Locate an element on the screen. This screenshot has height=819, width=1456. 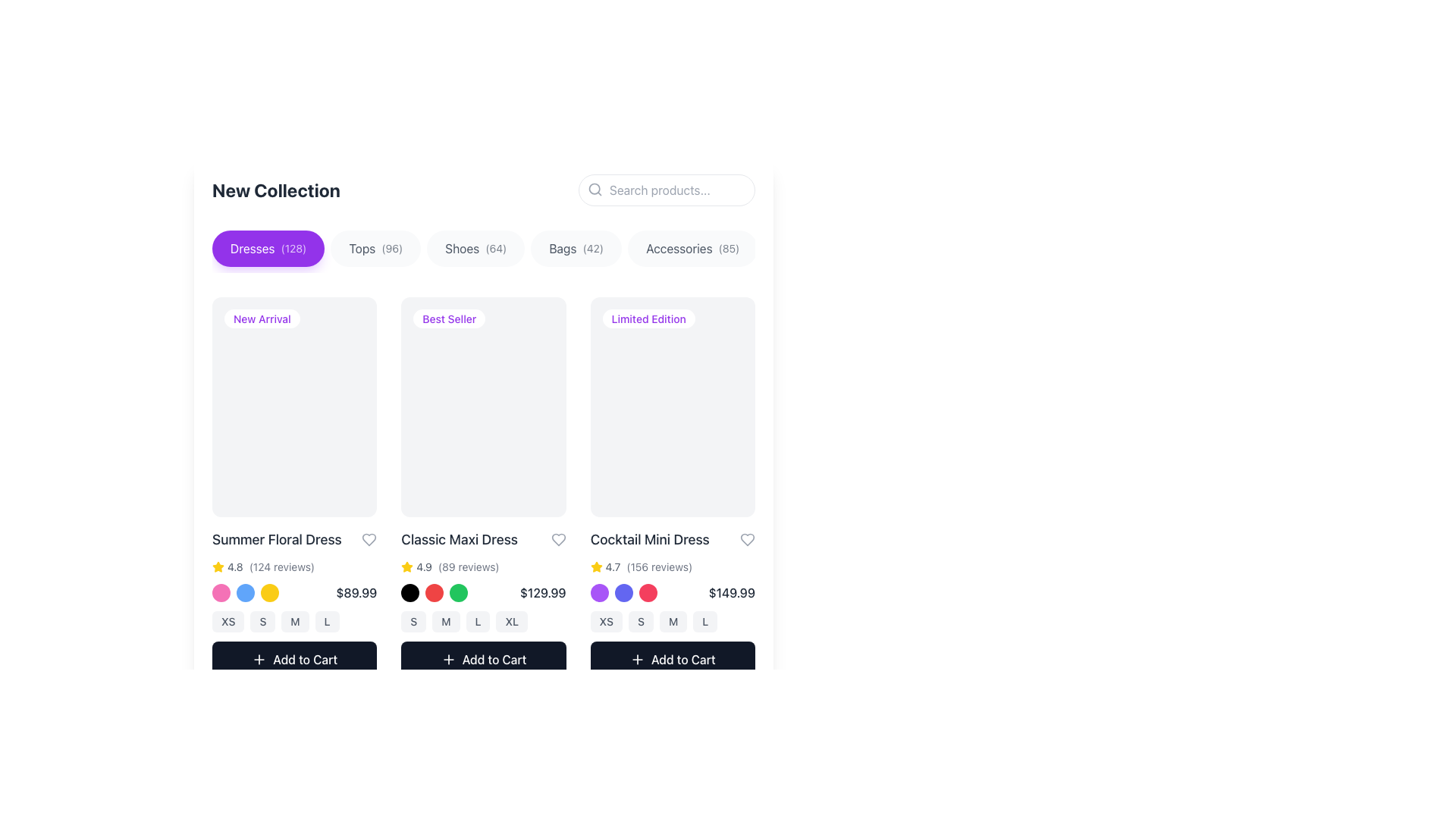
the 'Shoes (64)' button, which is styled with a rounded rectangular border and has a light gray background is located at coordinates (475, 247).